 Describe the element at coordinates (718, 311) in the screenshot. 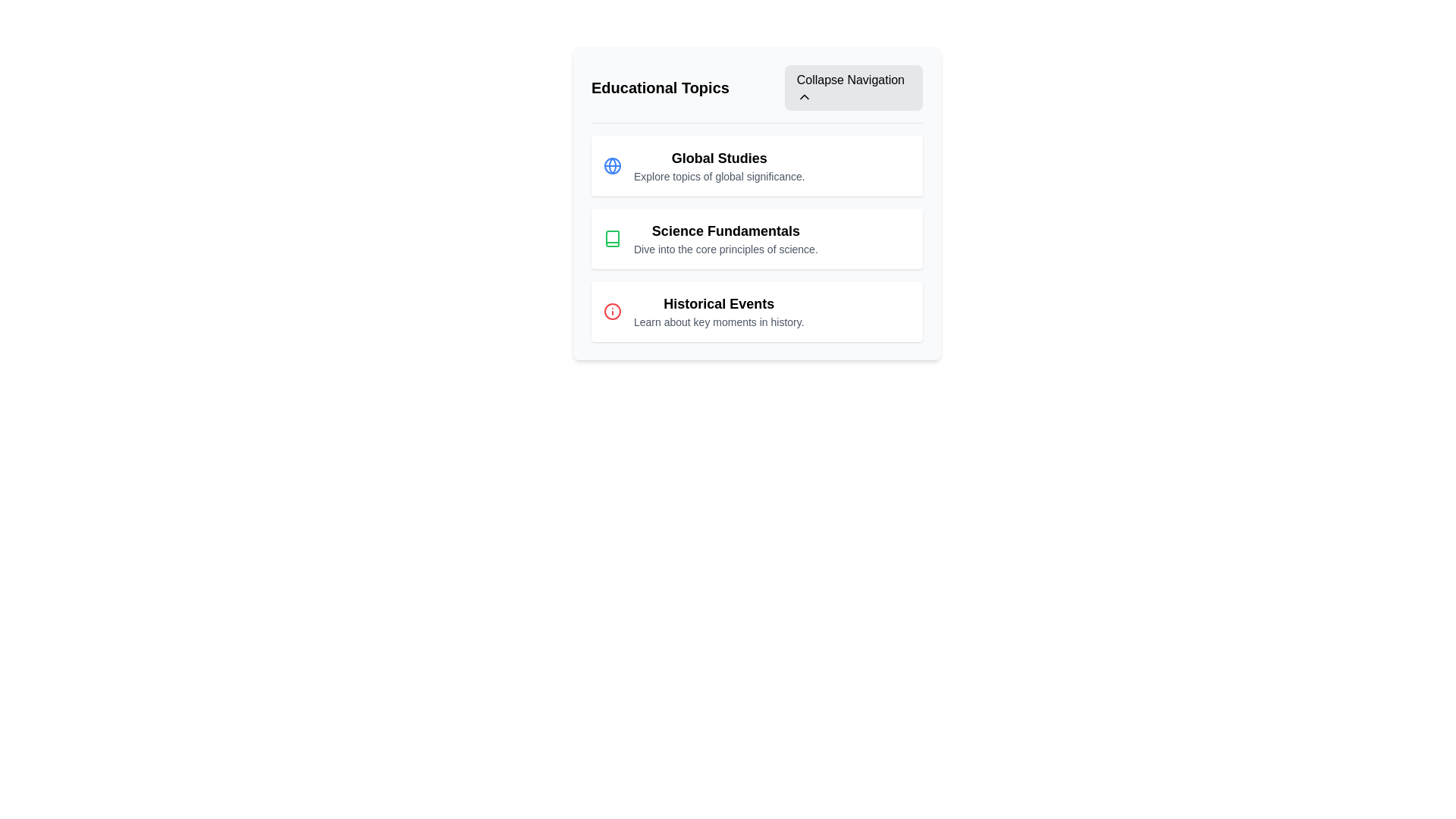

I see `the text block titled 'Historical Events' which contains the subtext 'Learn about key moments in history.'` at that location.